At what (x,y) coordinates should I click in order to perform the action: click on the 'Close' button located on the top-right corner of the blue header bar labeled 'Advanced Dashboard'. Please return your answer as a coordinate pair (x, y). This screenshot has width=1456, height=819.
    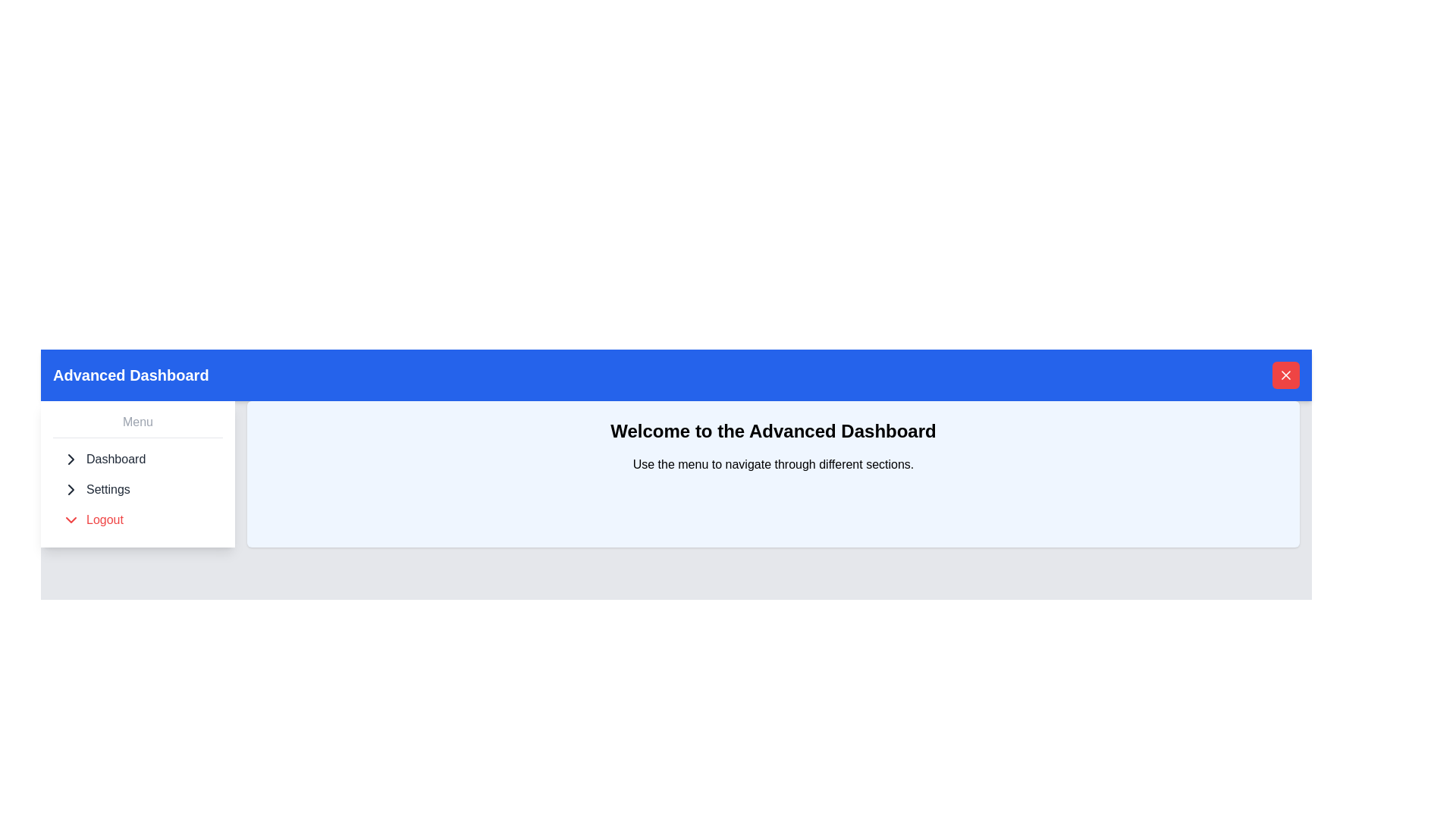
    Looking at the image, I should click on (1285, 375).